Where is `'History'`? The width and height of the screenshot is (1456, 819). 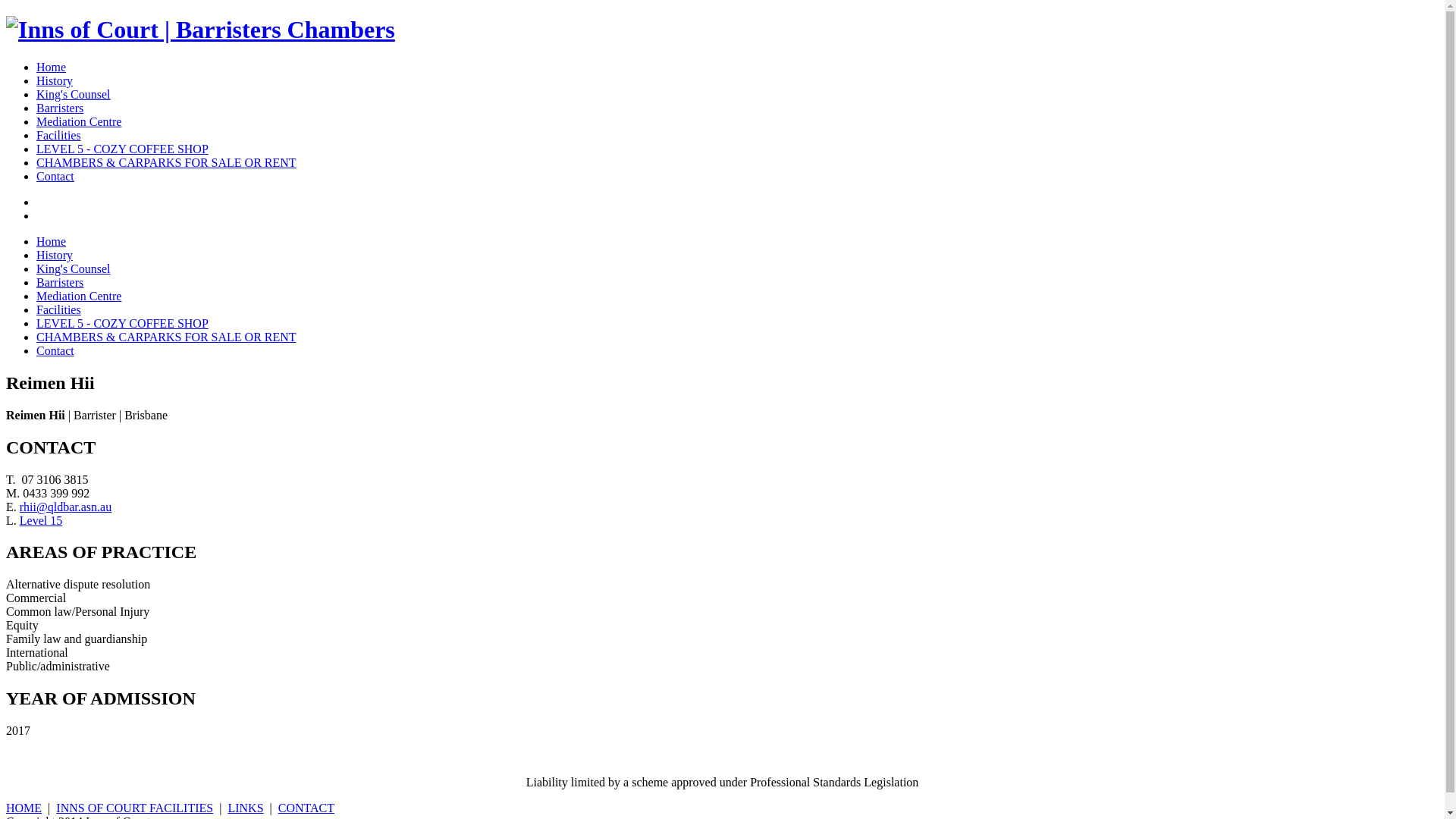
'History' is located at coordinates (36, 80).